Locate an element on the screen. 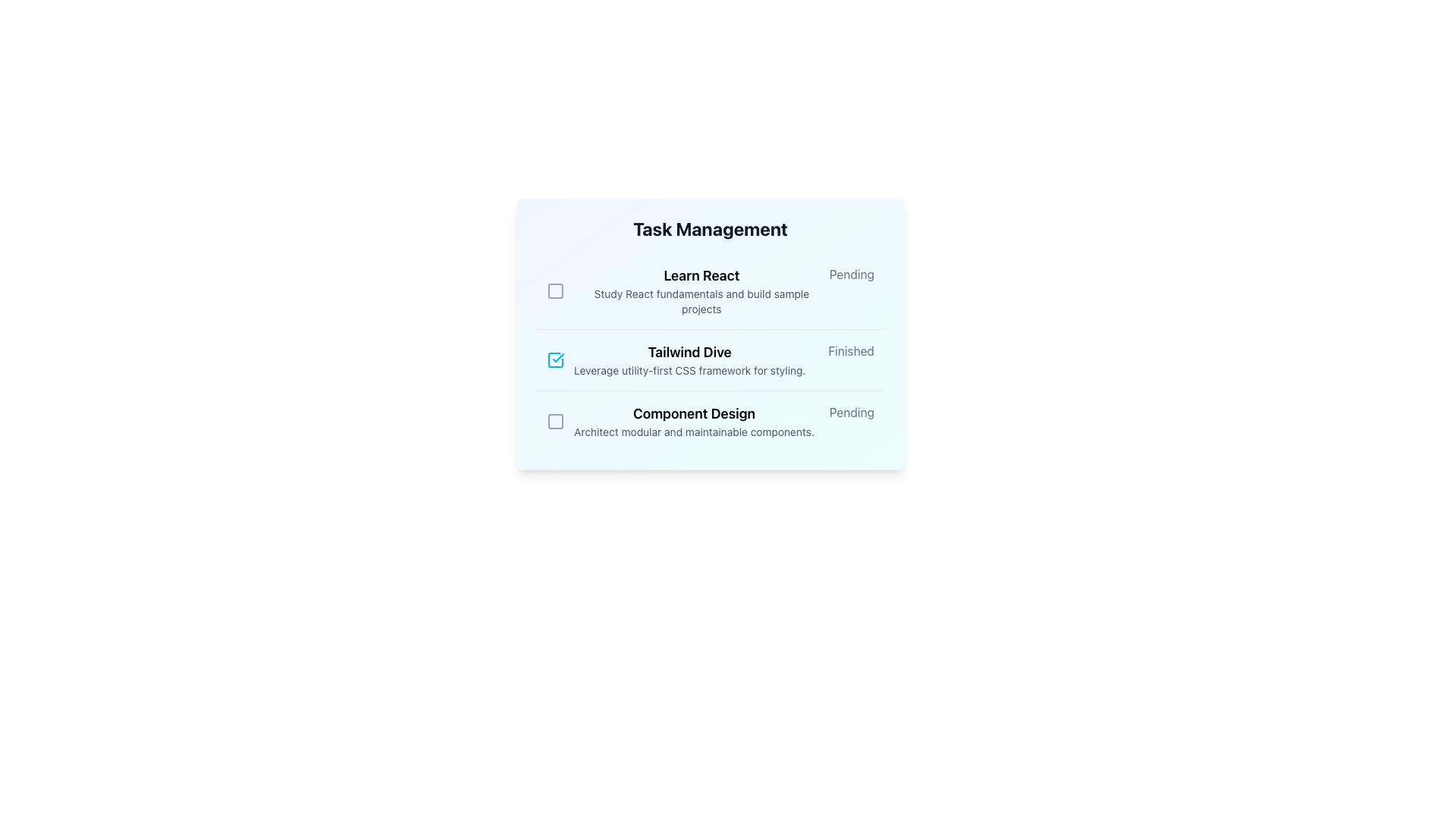  task information for the list item titled 'Tailwind Dive', which includes a checkbox, a bold title, a subtitle, and a status label 'Finished' is located at coordinates (709, 360).